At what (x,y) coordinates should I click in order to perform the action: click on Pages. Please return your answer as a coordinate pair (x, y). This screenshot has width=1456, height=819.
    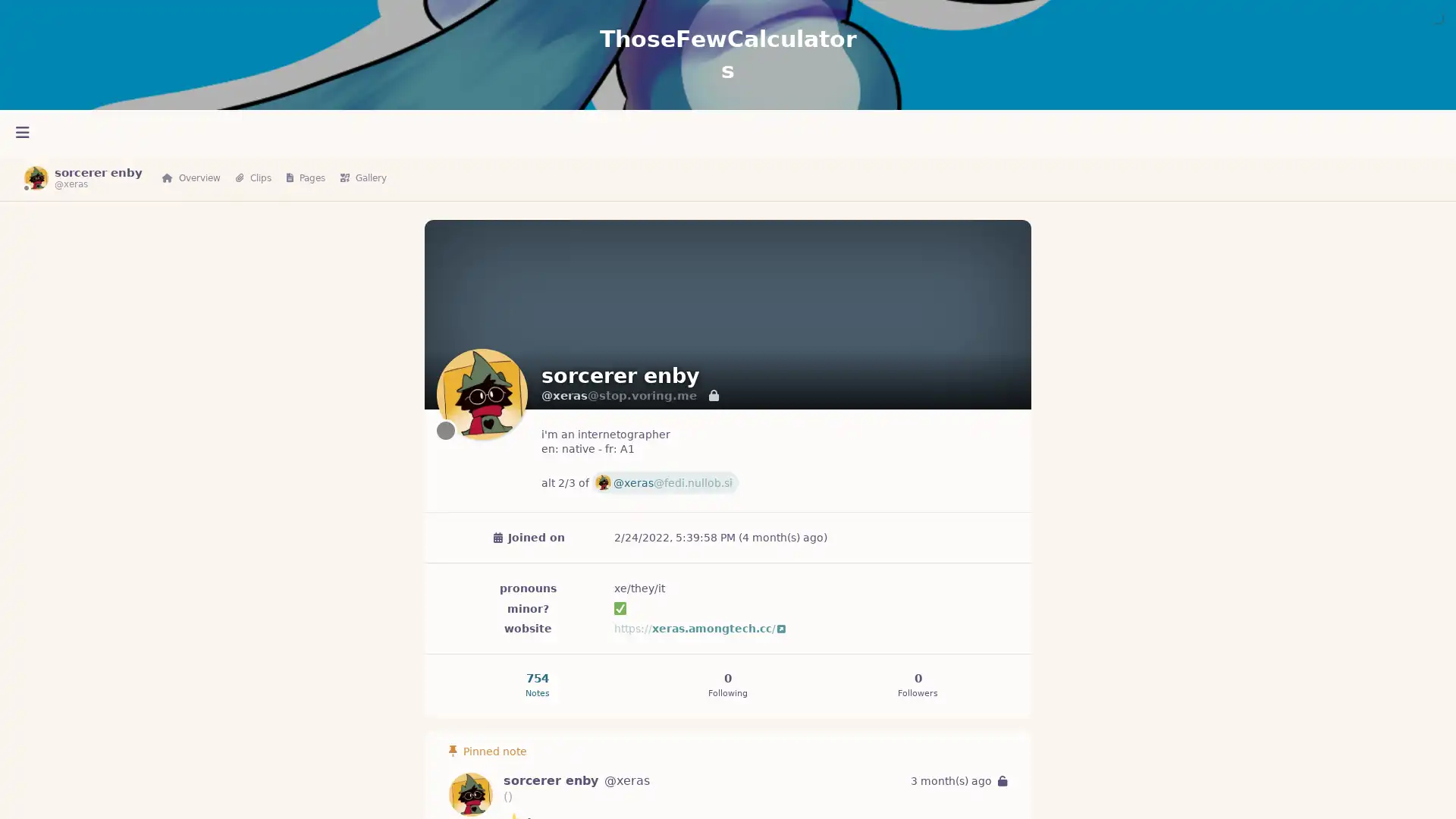
    Looking at the image, I should click on (305, 177).